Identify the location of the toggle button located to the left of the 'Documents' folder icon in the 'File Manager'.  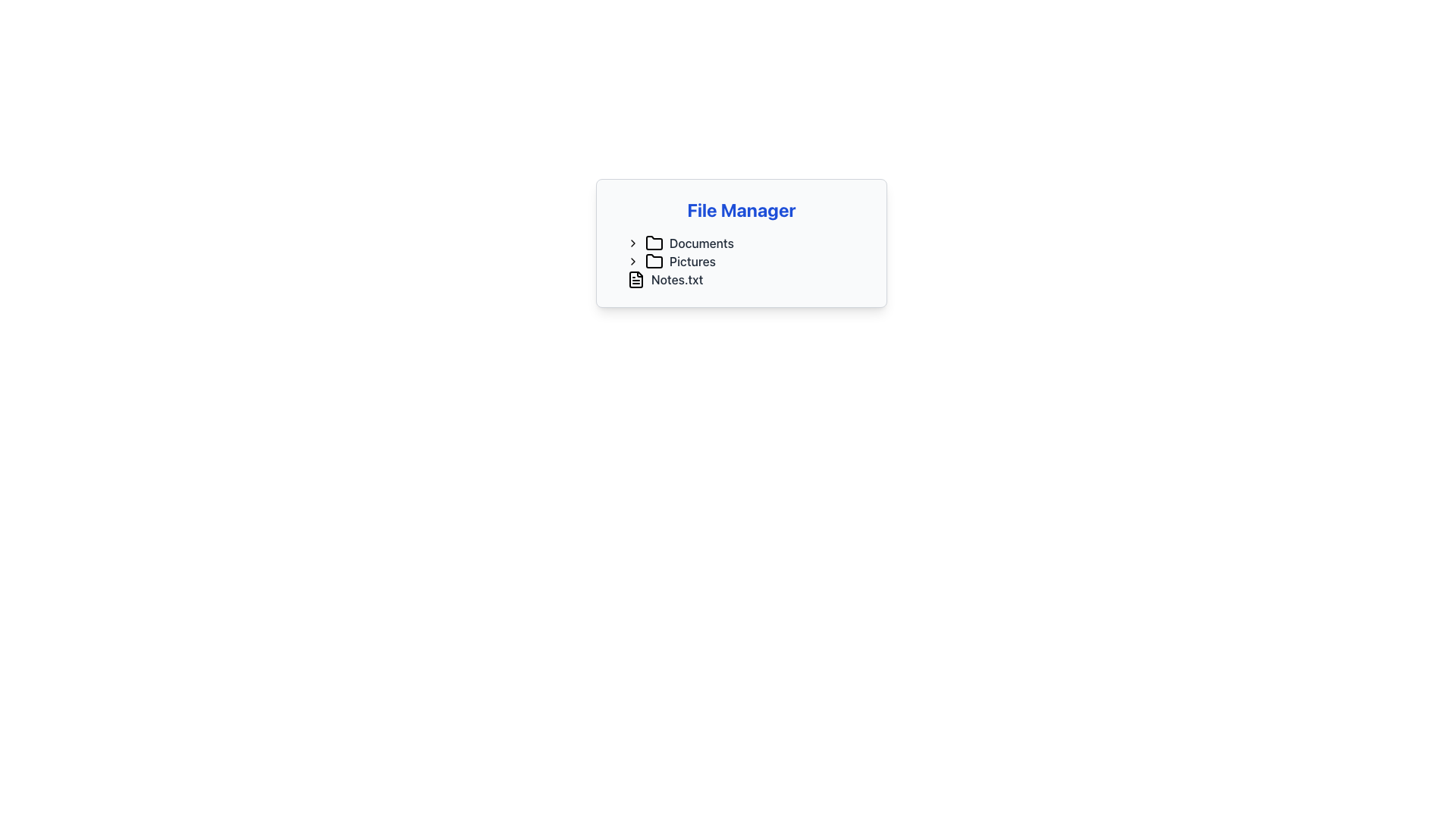
(633, 242).